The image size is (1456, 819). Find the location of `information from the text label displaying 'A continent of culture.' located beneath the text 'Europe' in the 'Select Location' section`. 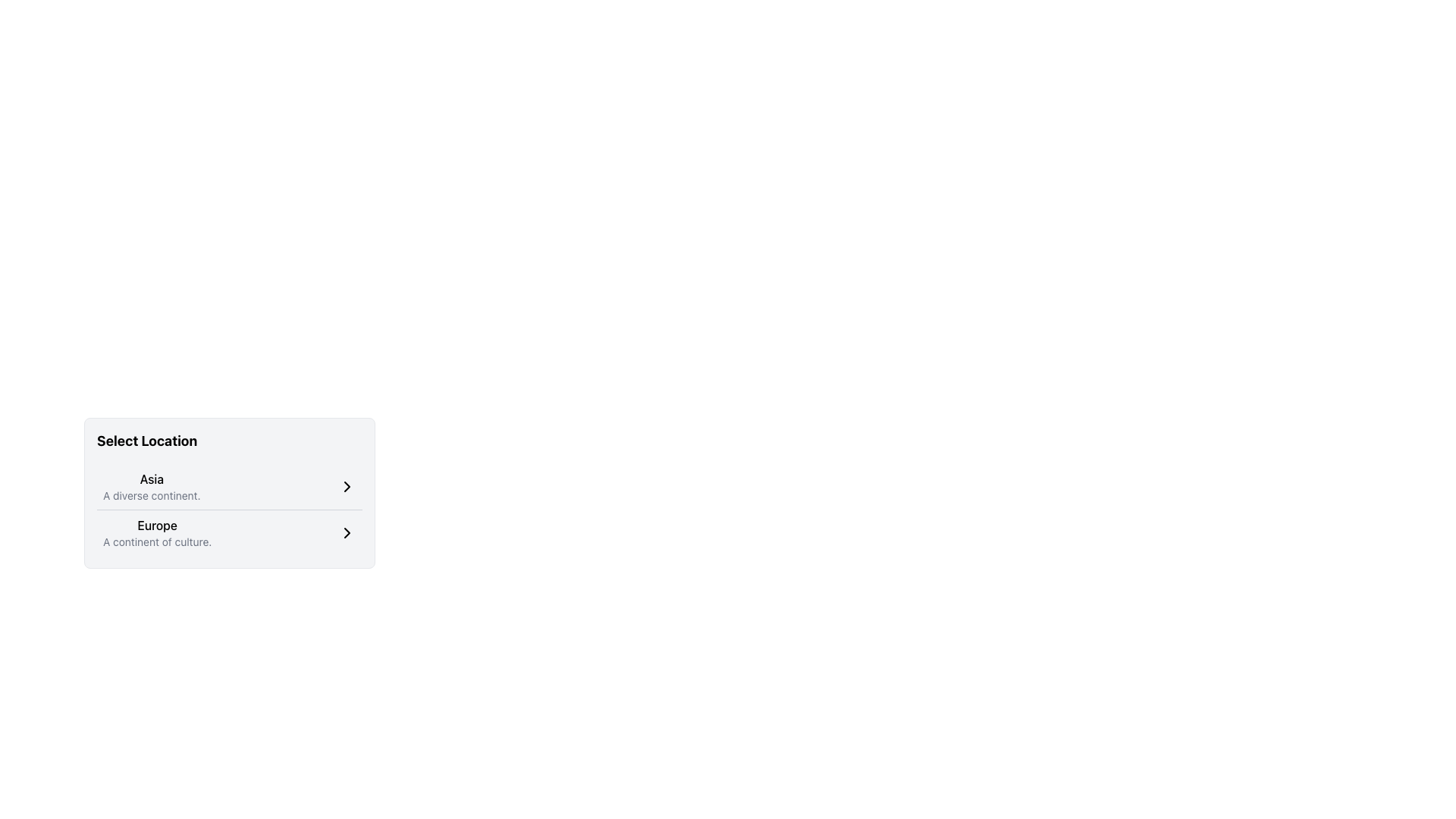

information from the text label displaying 'A continent of culture.' located beneath the text 'Europe' in the 'Select Location' section is located at coordinates (157, 541).